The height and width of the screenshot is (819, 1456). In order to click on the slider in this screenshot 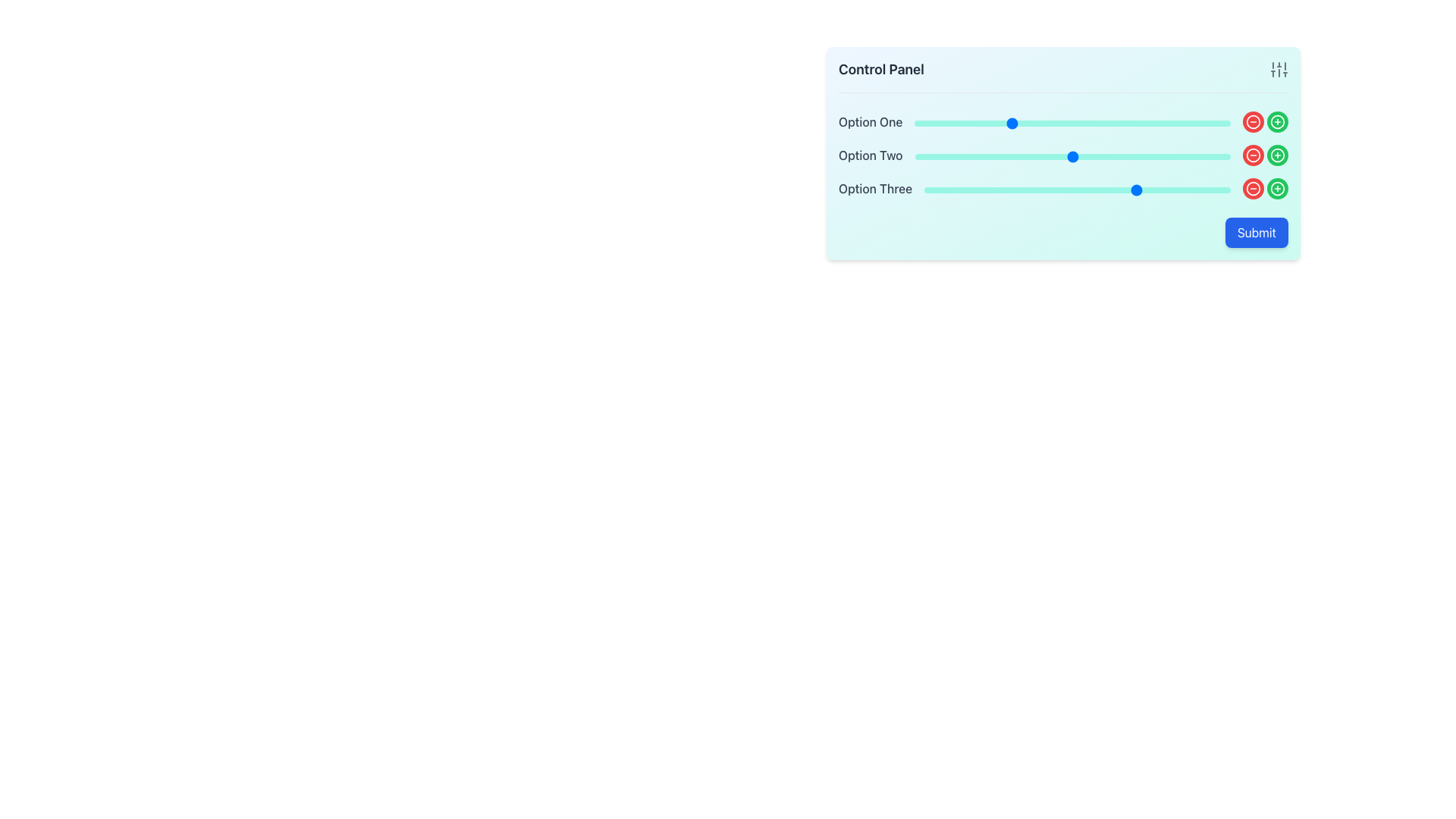, I will do `click(1012, 157)`.